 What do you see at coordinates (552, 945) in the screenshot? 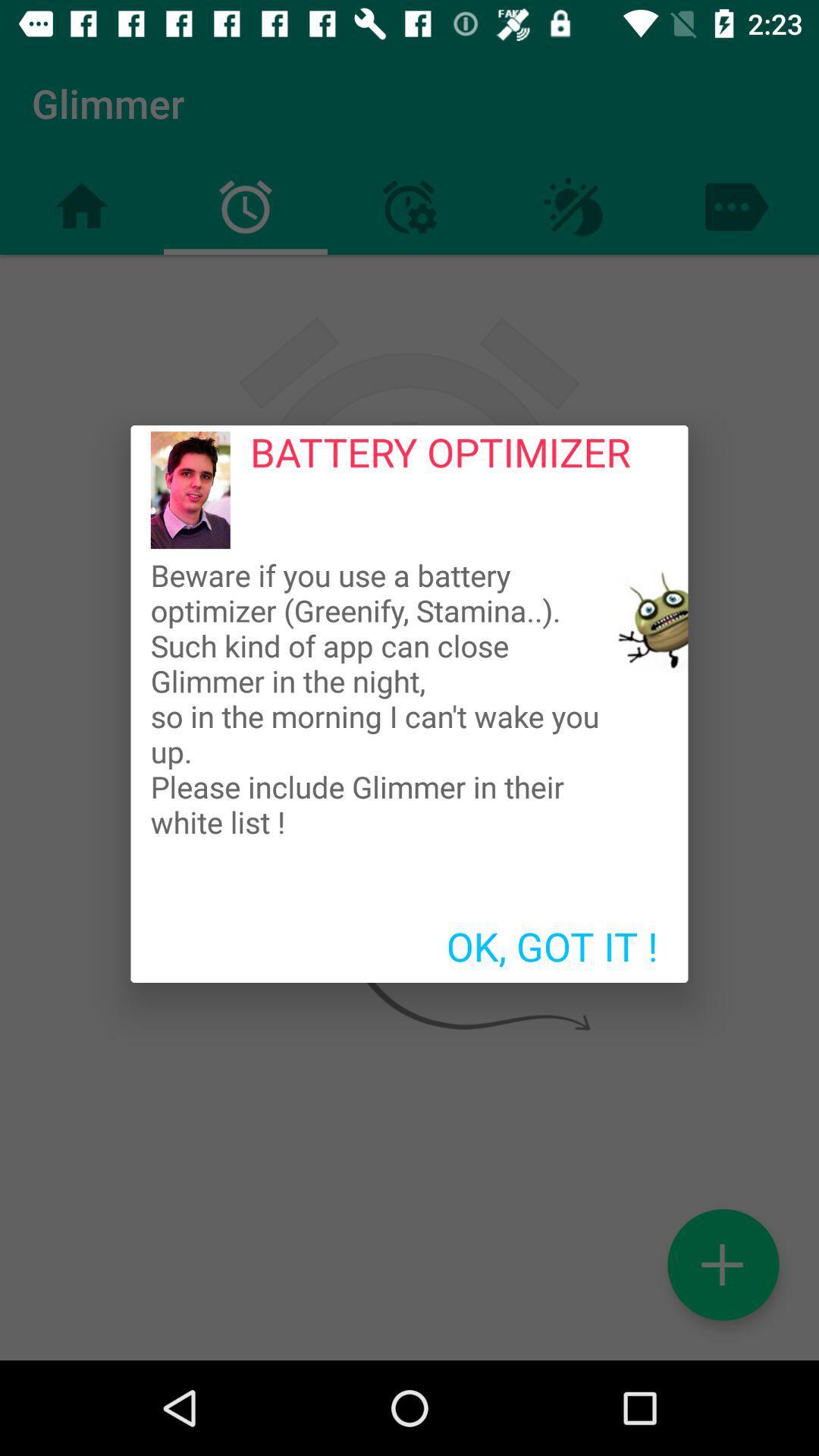
I see `ok, got it ! item` at bounding box center [552, 945].